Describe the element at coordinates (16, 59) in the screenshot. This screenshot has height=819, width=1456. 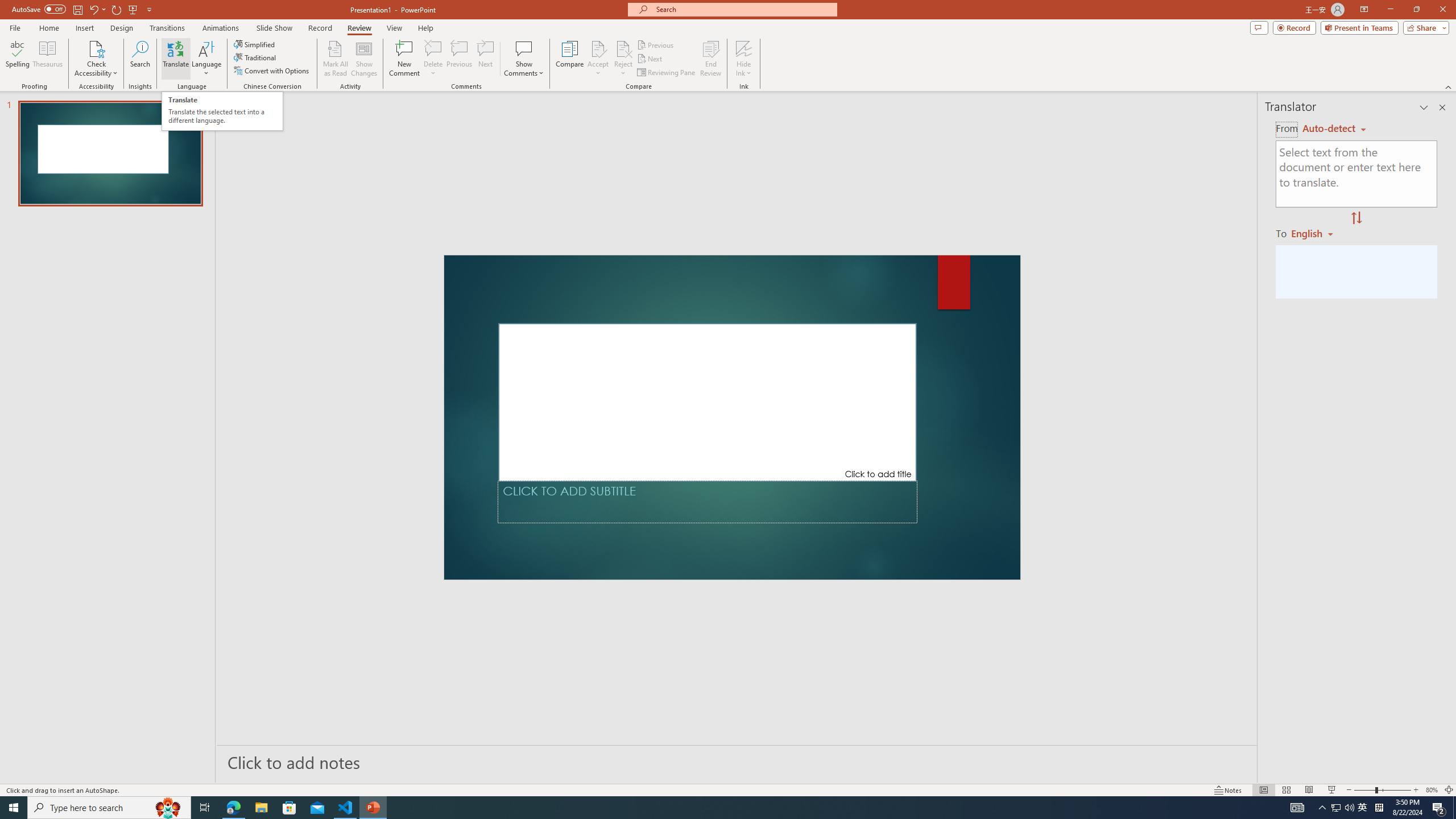
I see `'Spelling...'` at that location.